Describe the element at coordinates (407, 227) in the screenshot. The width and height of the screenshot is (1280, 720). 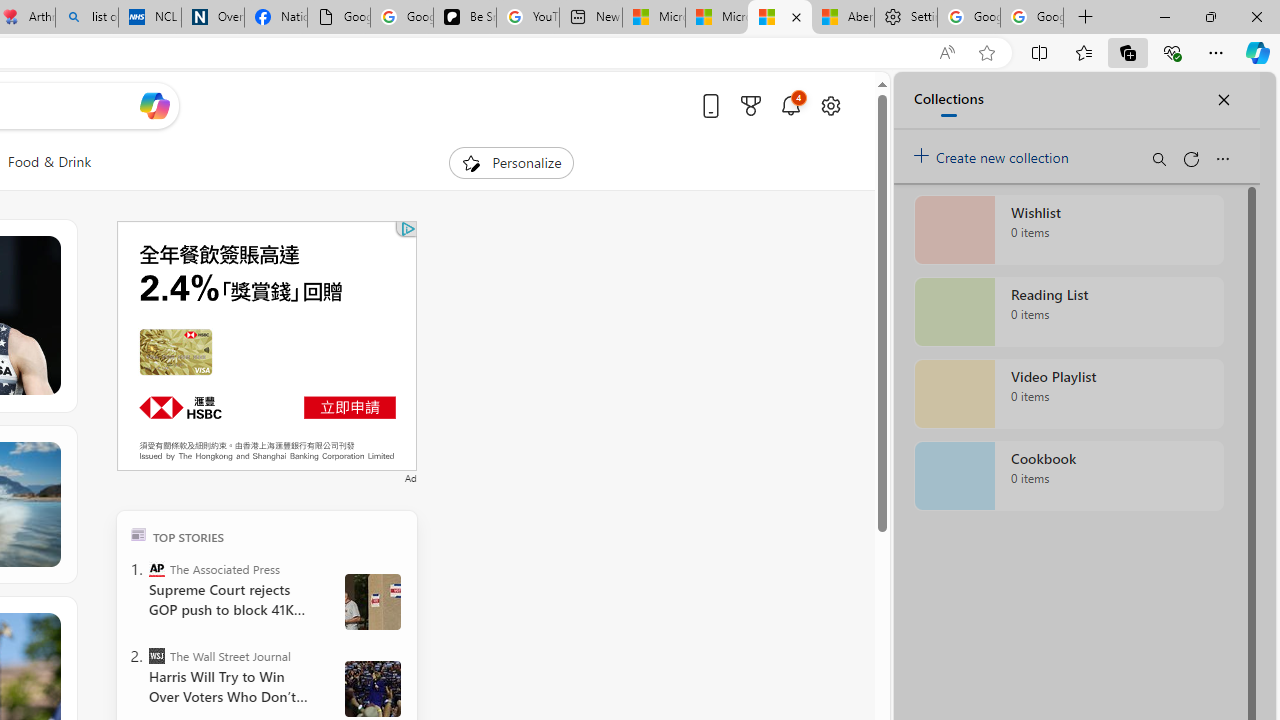
I see `'Class: qc-adchoices-icon'` at that location.